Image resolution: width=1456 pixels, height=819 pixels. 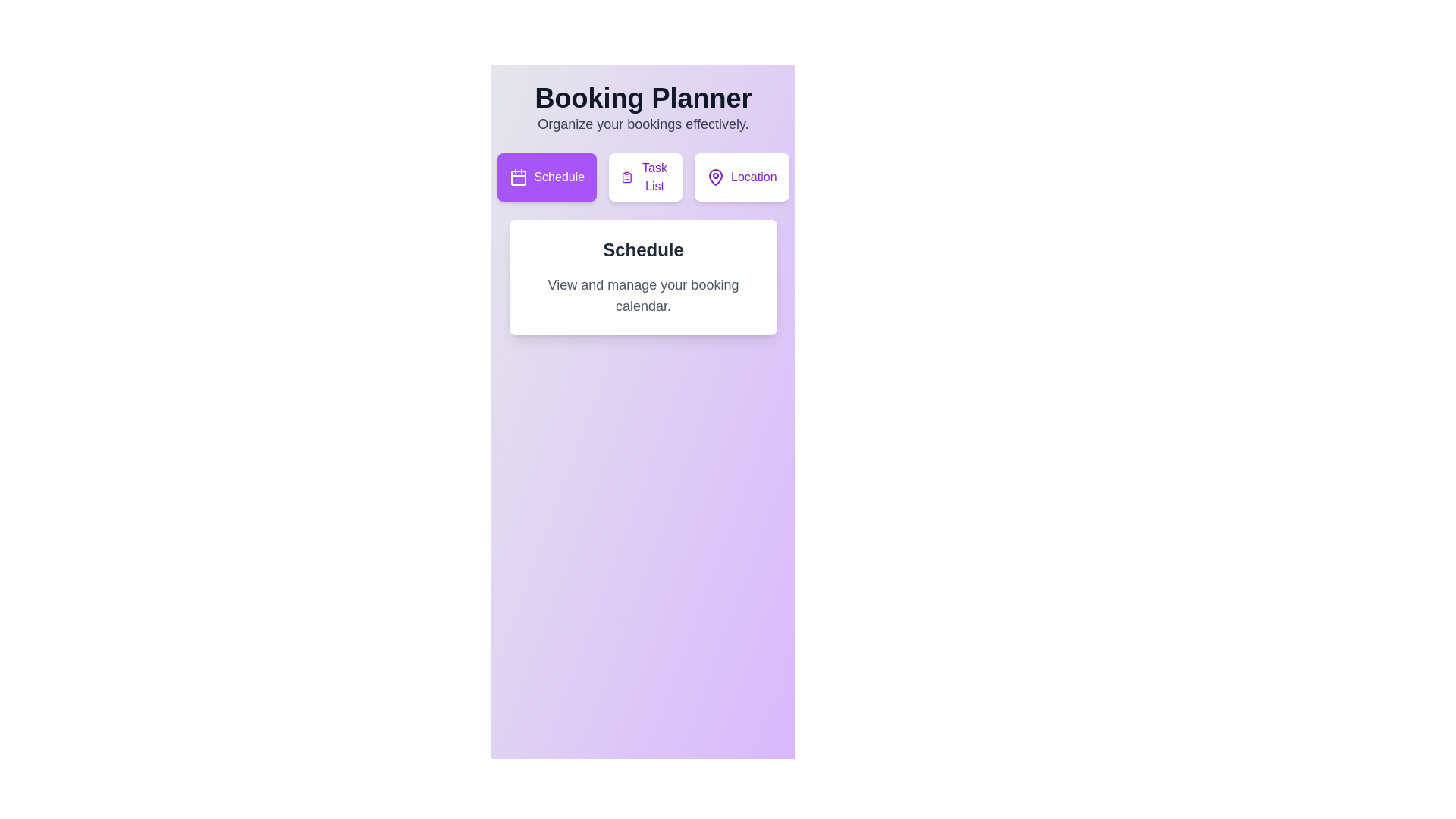 I want to click on the Task List button to switch to the corresponding tab, so click(x=645, y=177).